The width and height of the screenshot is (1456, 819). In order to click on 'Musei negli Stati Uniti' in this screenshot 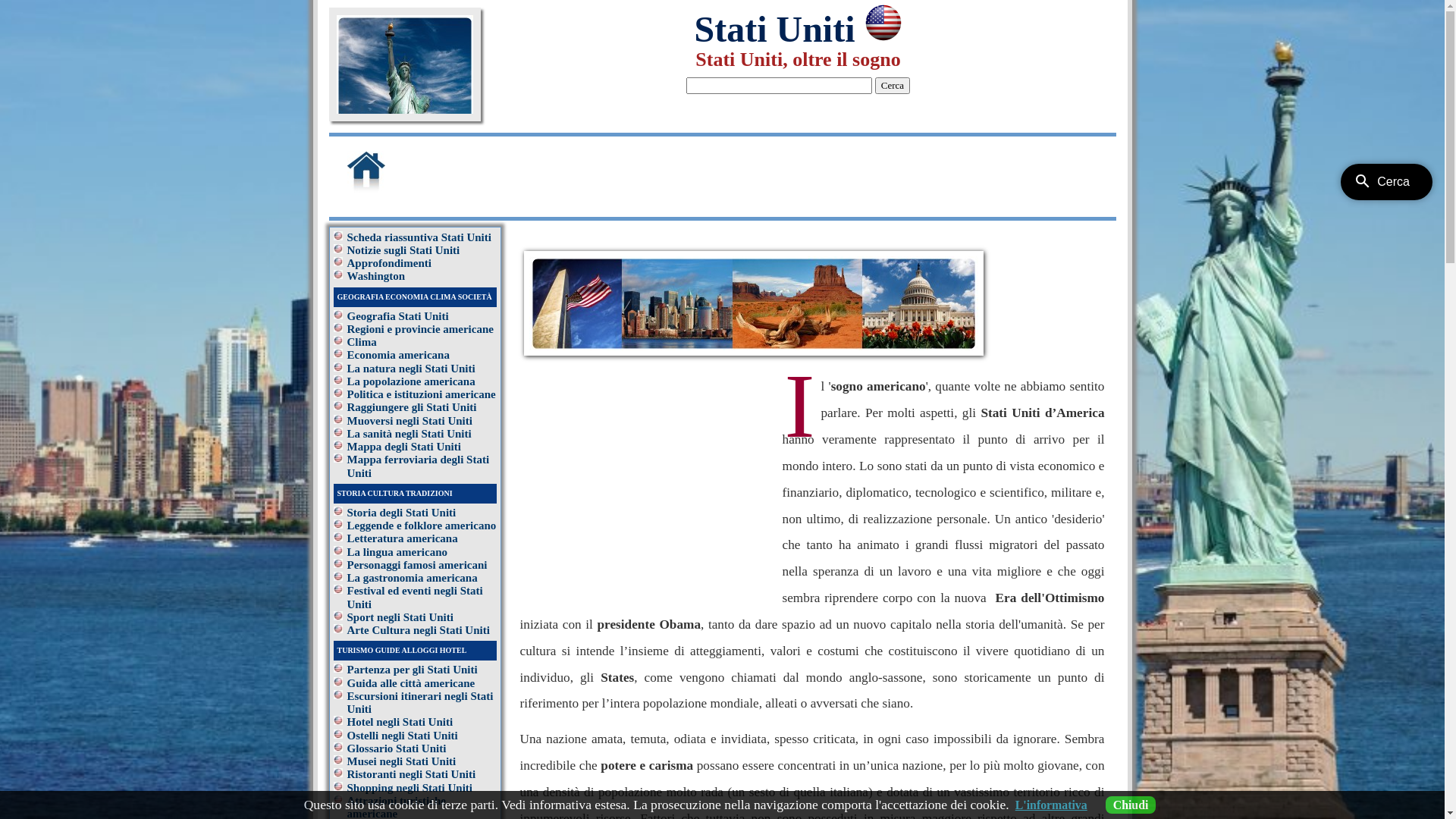, I will do `click(401, 761)`.